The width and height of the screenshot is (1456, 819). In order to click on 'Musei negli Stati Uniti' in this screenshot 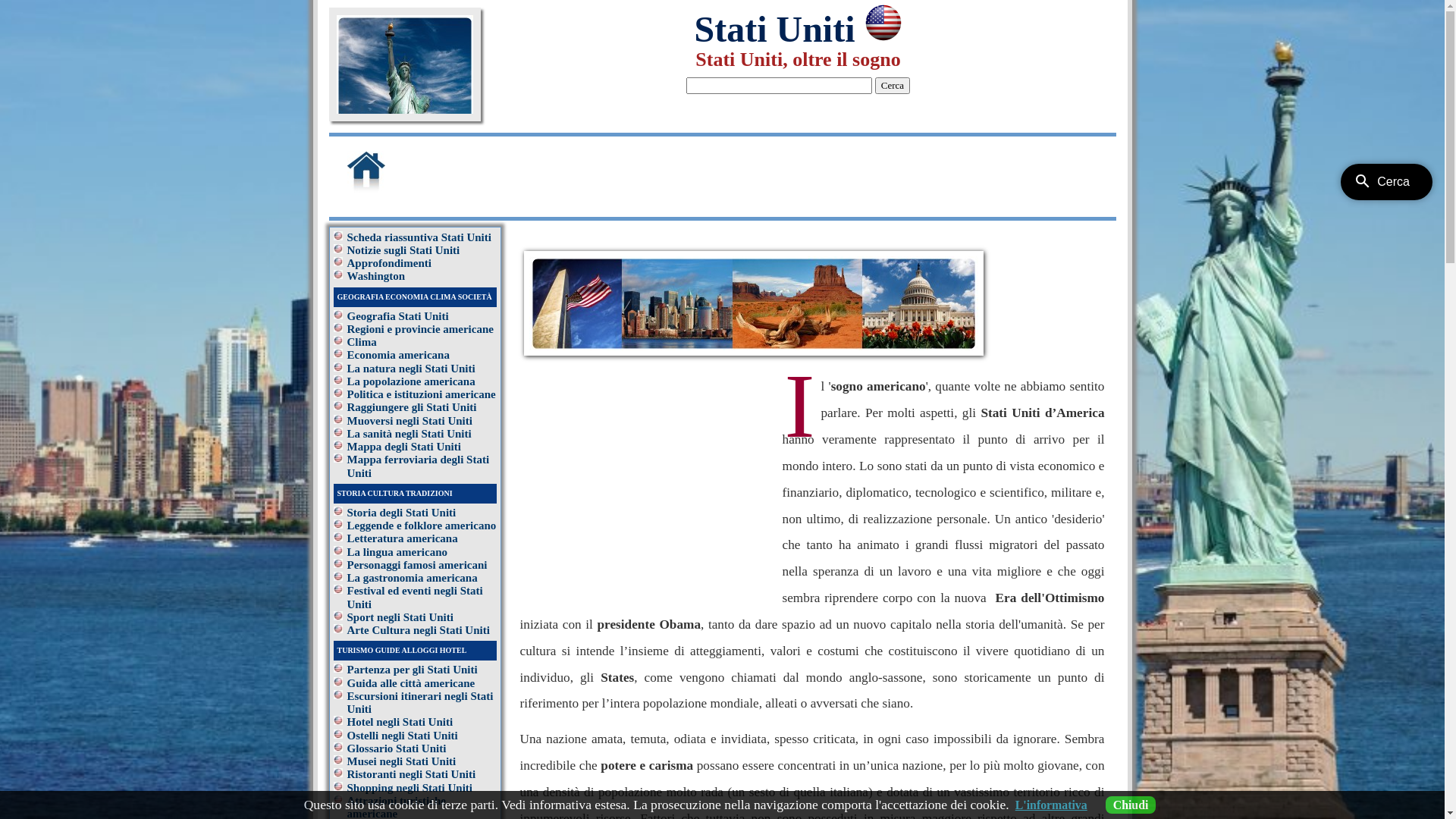, I will do `click(401, 761)`.